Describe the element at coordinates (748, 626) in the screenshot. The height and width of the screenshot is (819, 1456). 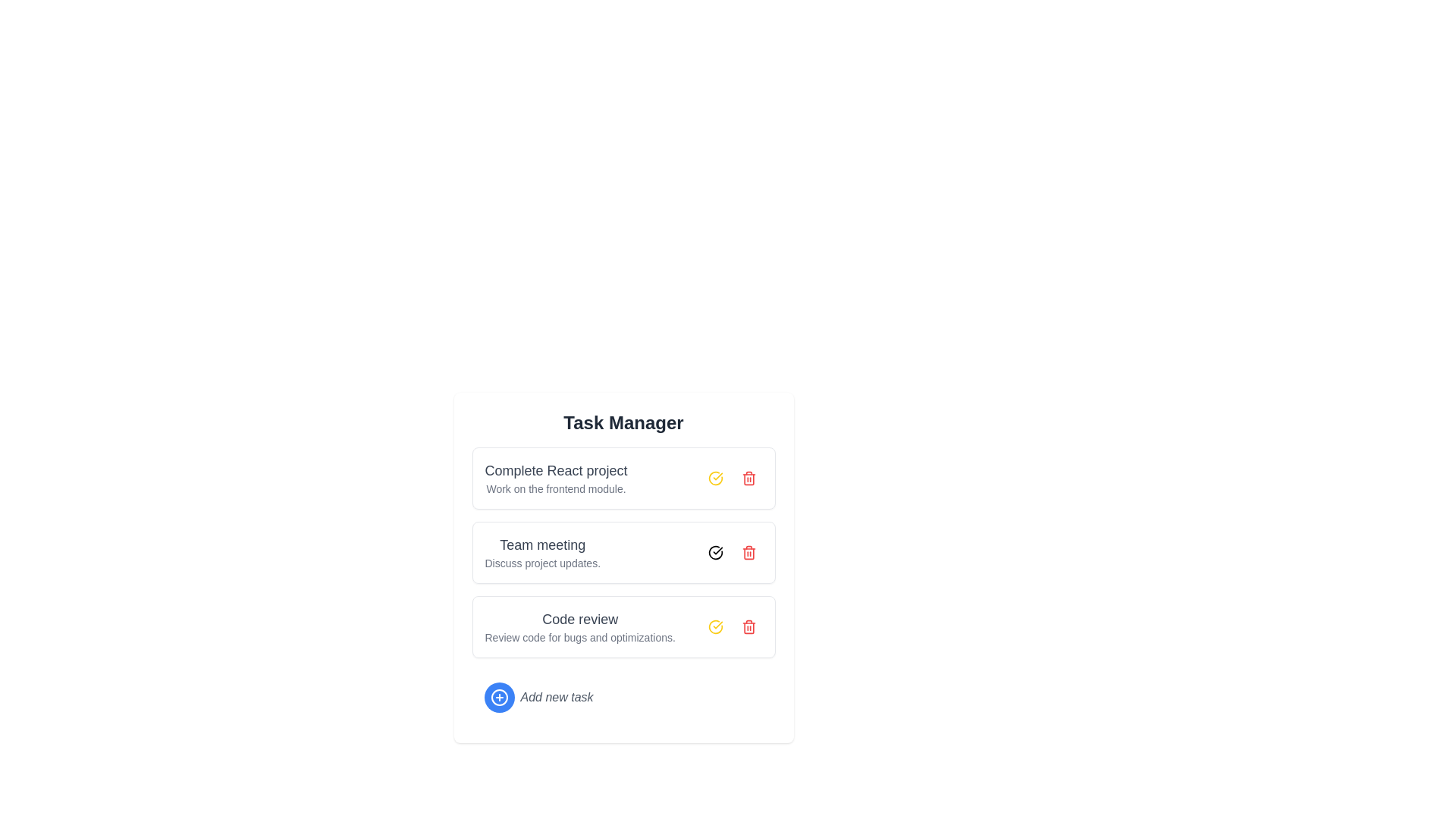
I see `the Icon button located on the far right side of the 'Code review' task in the 'Task Manager' interface` at that location.